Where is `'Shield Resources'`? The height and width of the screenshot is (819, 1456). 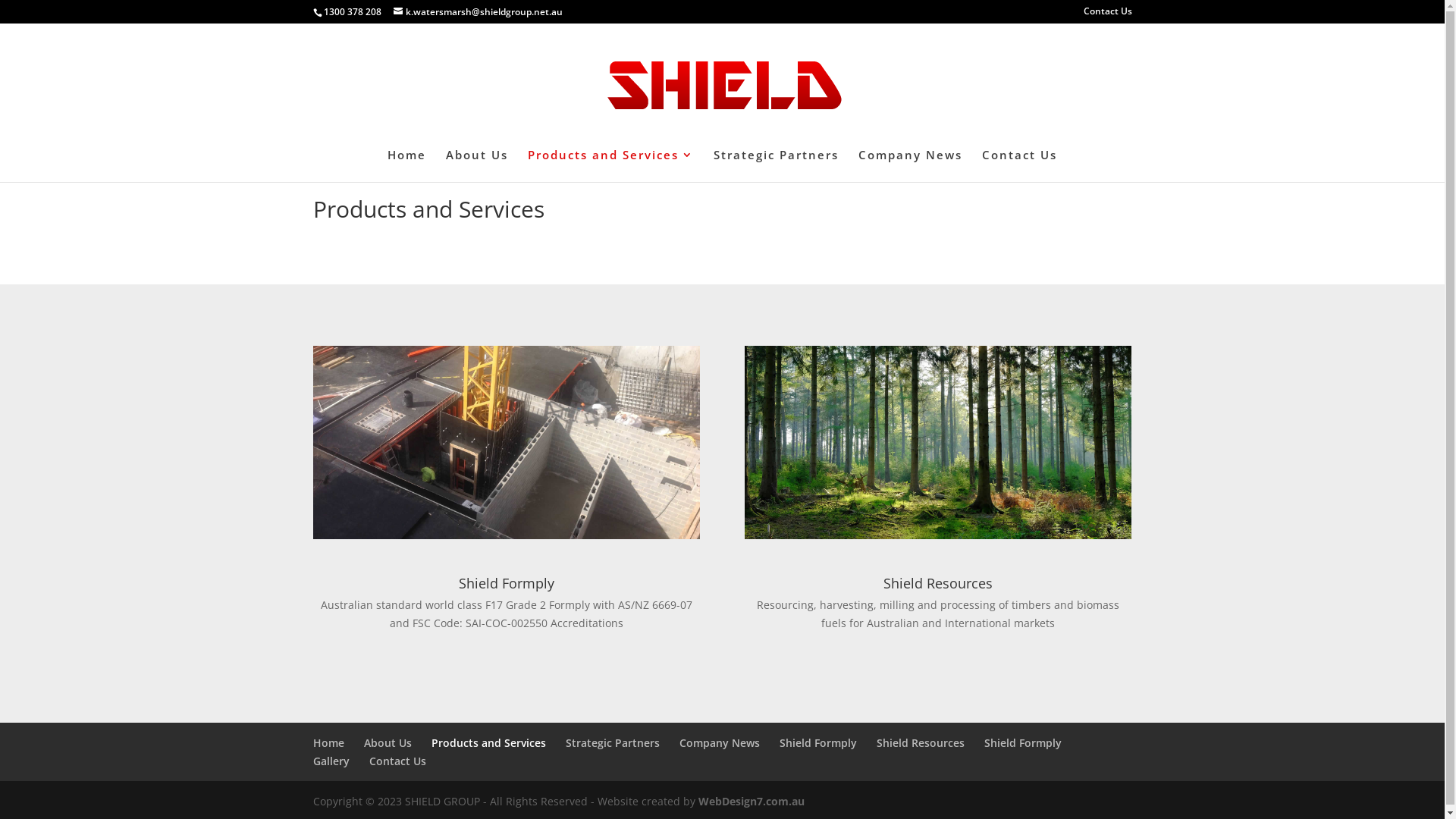 'Shield Resources' is located at coordinates (877, 742).